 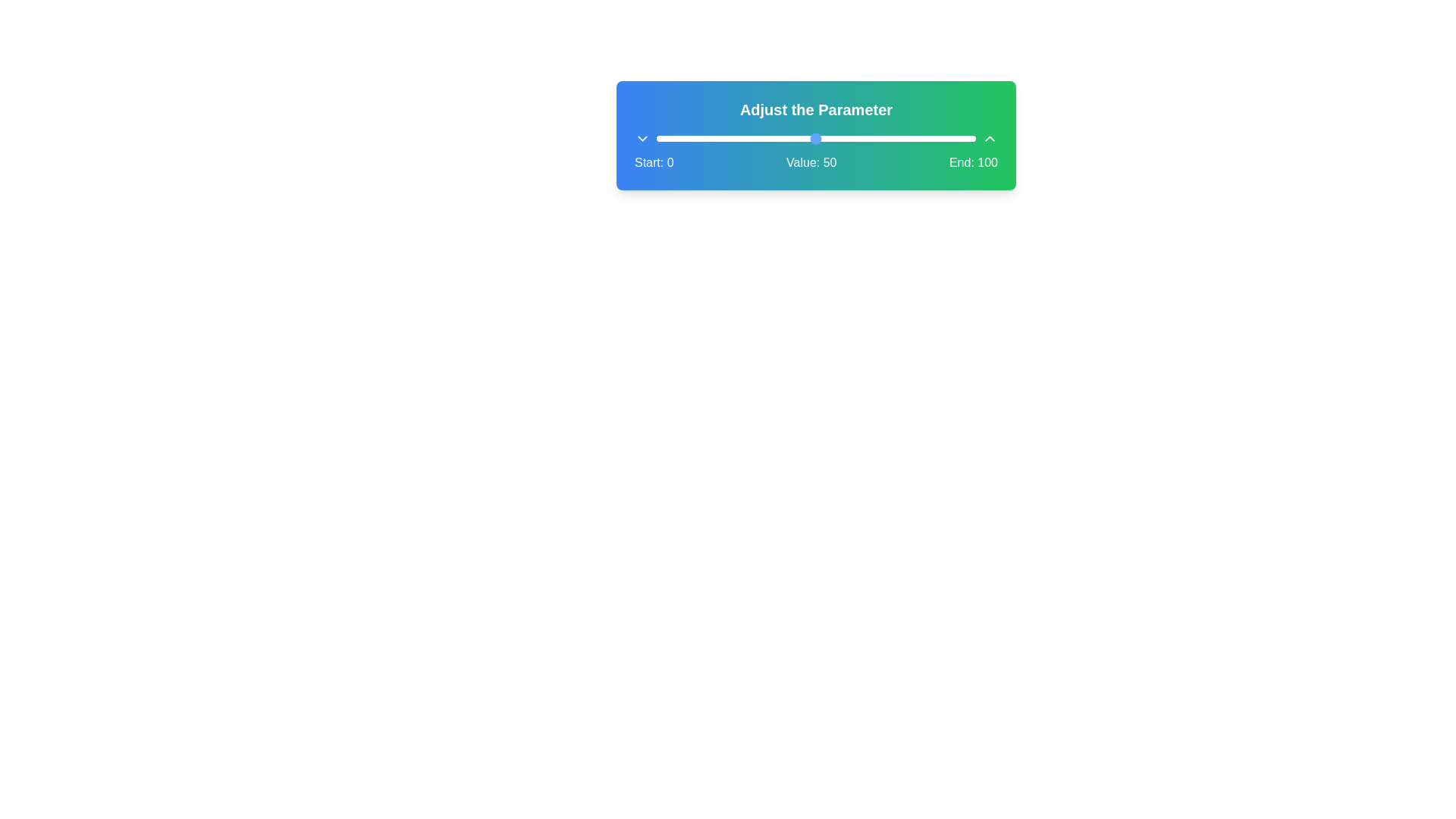 I want to click on the slider value, so click(x=818, y=138).